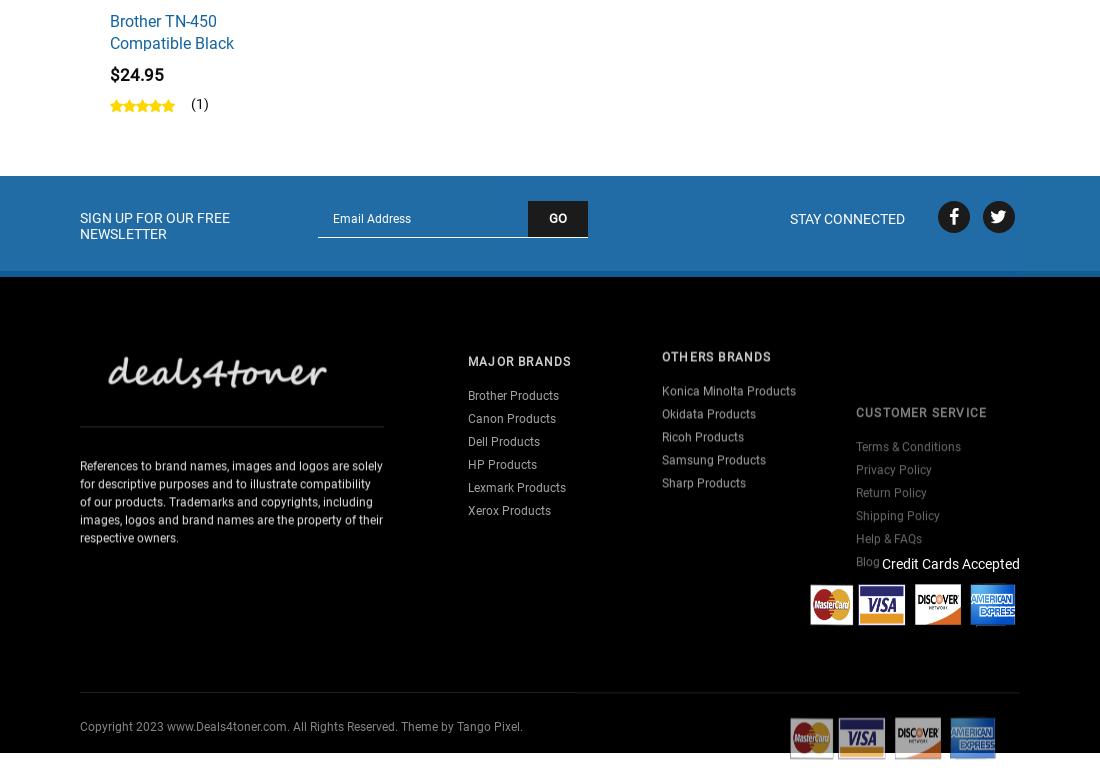 The image size is (1100, 781). What do you see at coordinates (502, 434) in the screenshot?
I see `'HP Products'` at bounding box center [502, 434].